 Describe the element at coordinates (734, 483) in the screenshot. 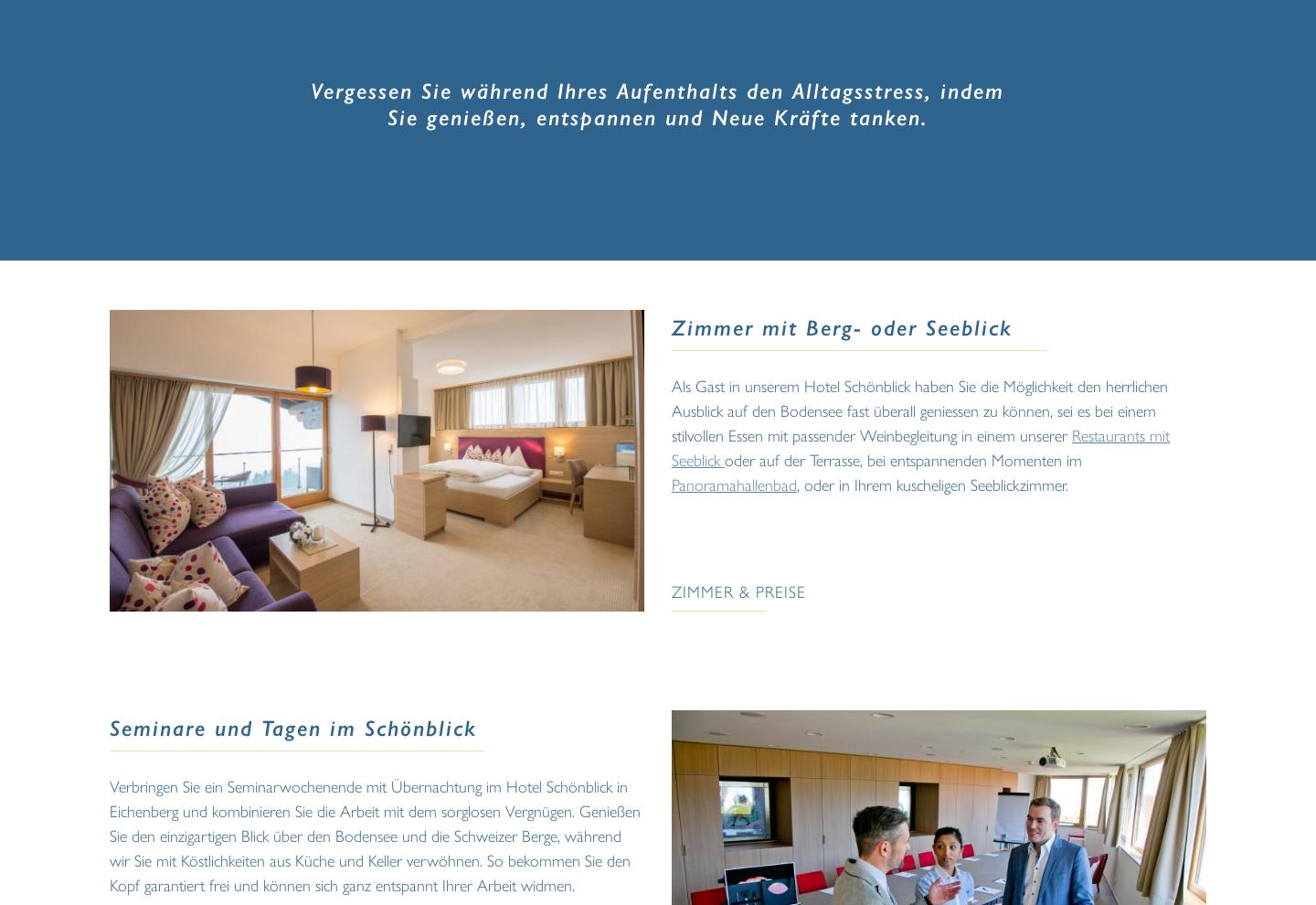

I see `'Panoramahallenbad'` at that location.